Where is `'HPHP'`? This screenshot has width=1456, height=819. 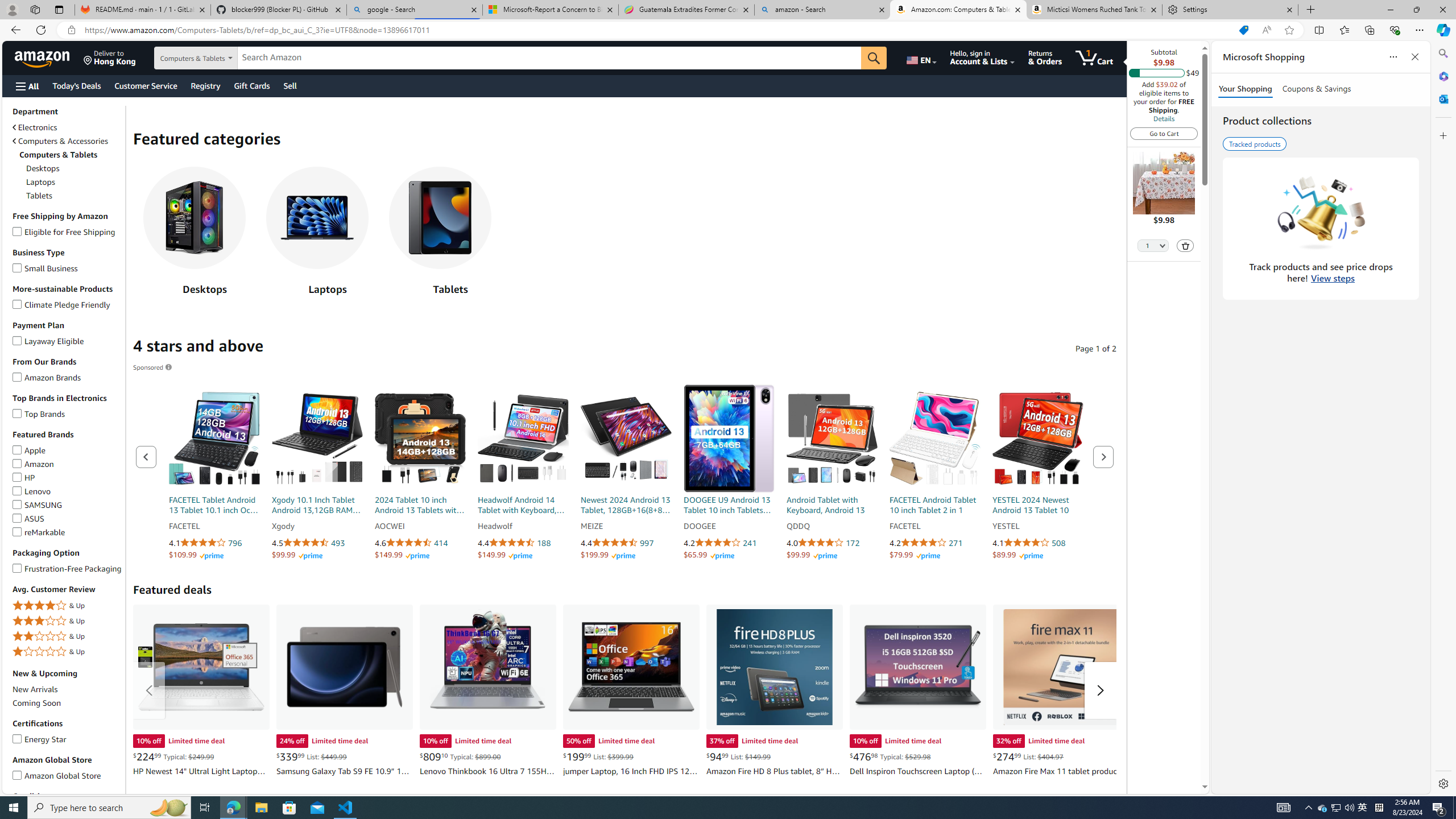
'HPHP' is located at coordinates (67, 477).